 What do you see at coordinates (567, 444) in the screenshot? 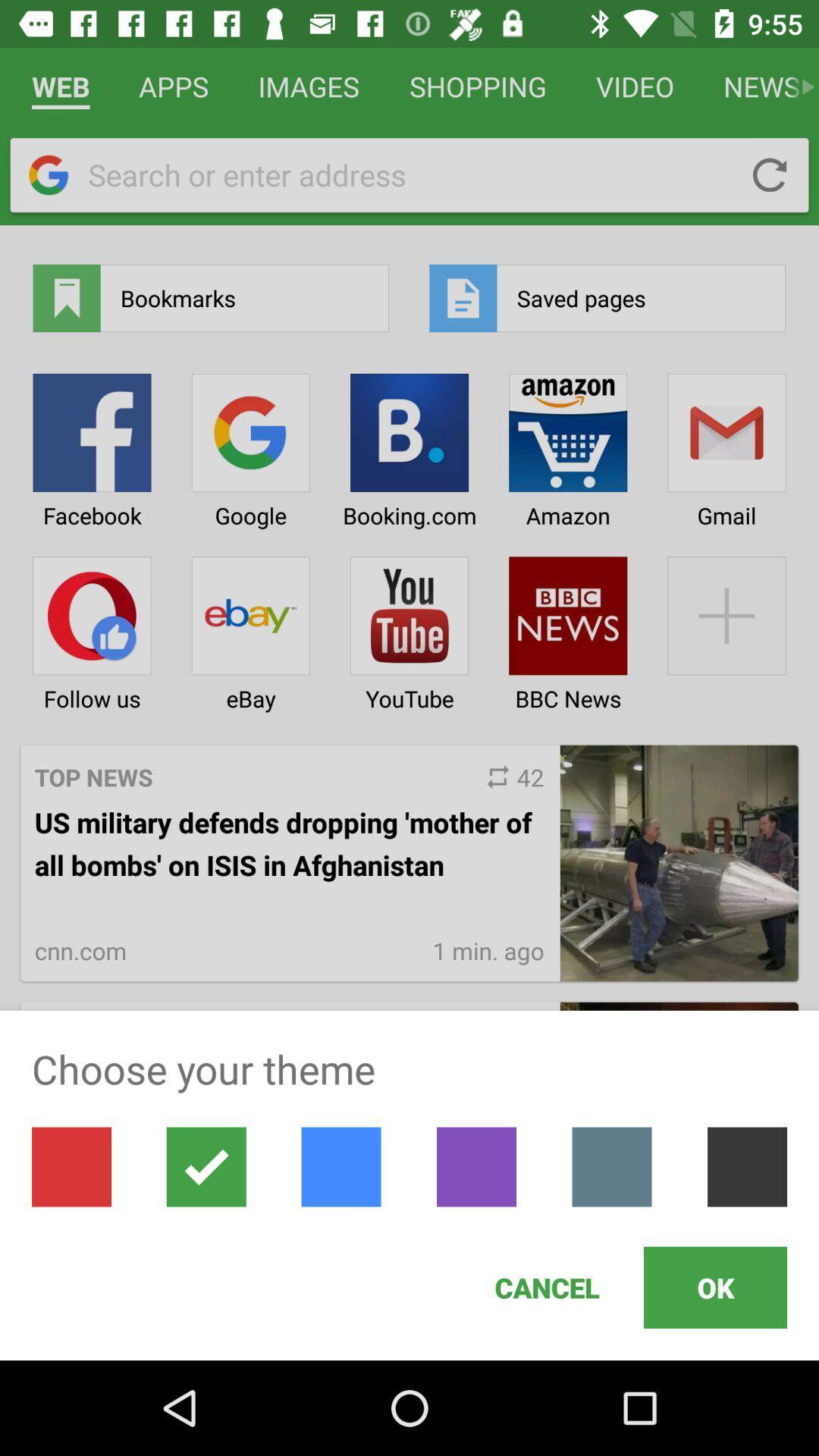
I see `the icon with the text amazon` at bounding box center [567, 444].